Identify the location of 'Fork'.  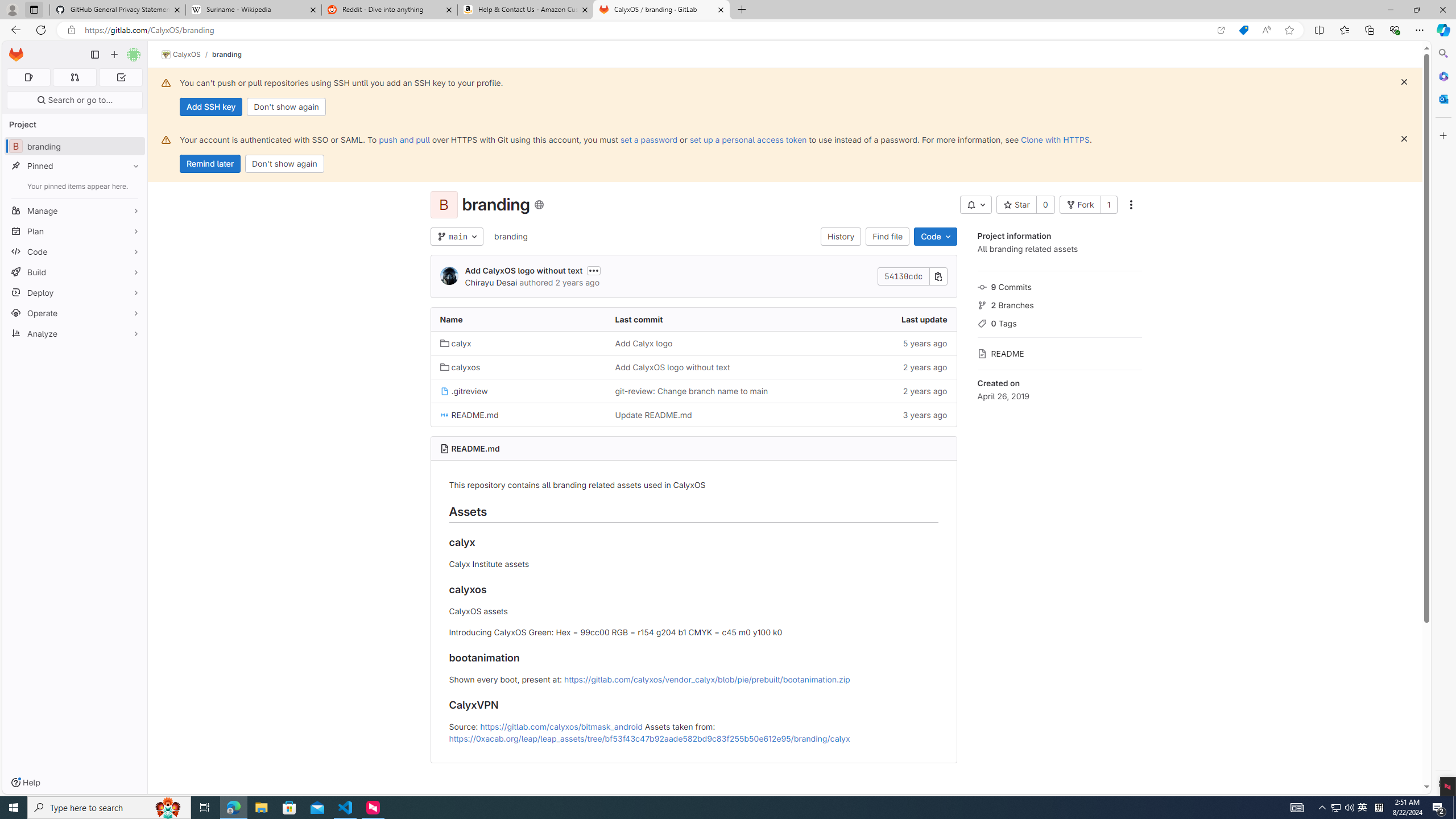
(1079, 205).